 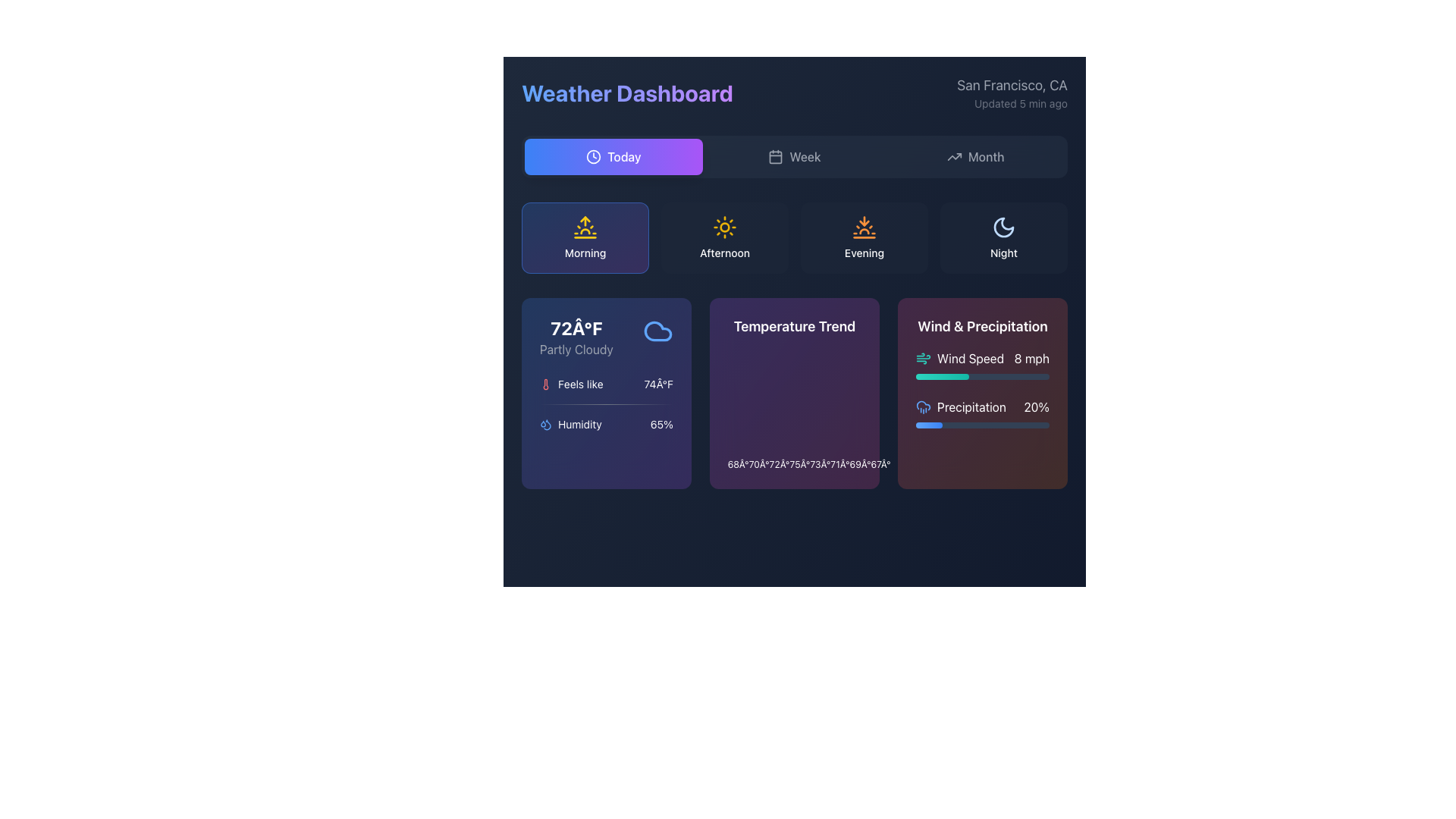 What do you see at coordinates (983, 413) in the screenshot?
I see `displayed precipitation percentage and progress bar from the informational display located in the 'Wind & Precipitation' section, which shows 'Precipitation' with a value of '20%' and a corresponding blue progress bar` at bounding box center [983, 413].